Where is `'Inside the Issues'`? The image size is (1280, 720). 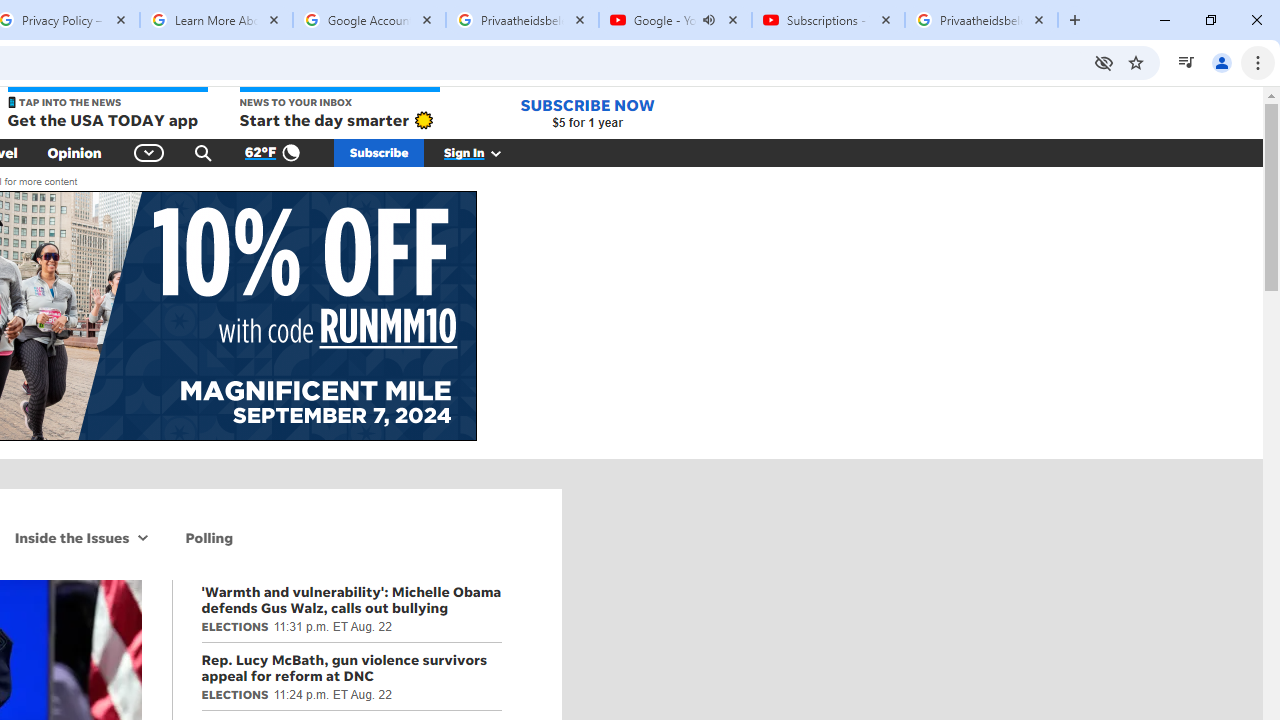 'Inside the Issues' is located at coordinates (69, 536).